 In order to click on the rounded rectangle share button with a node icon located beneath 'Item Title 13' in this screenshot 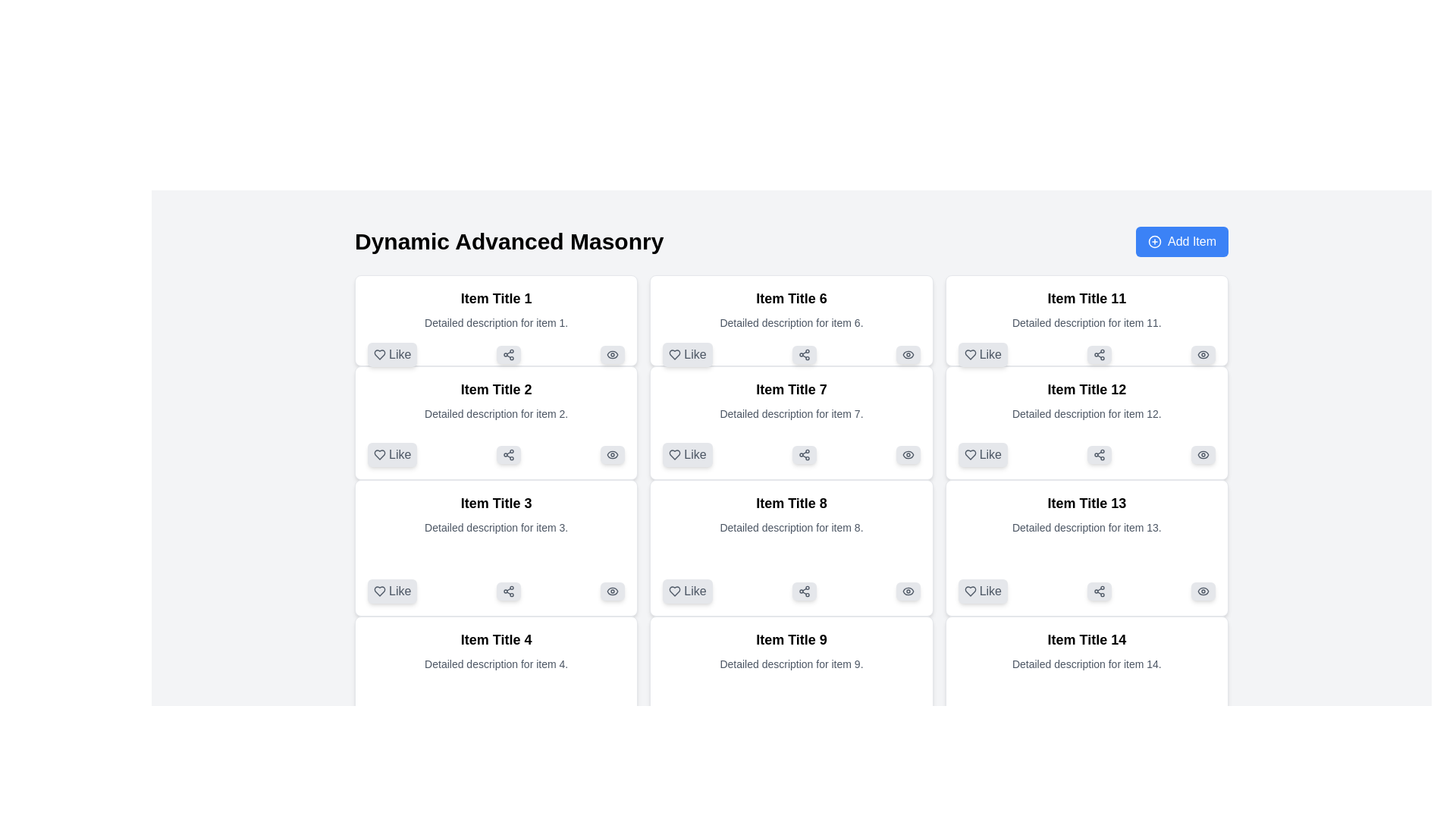, I will do `click(1086, 590)`.